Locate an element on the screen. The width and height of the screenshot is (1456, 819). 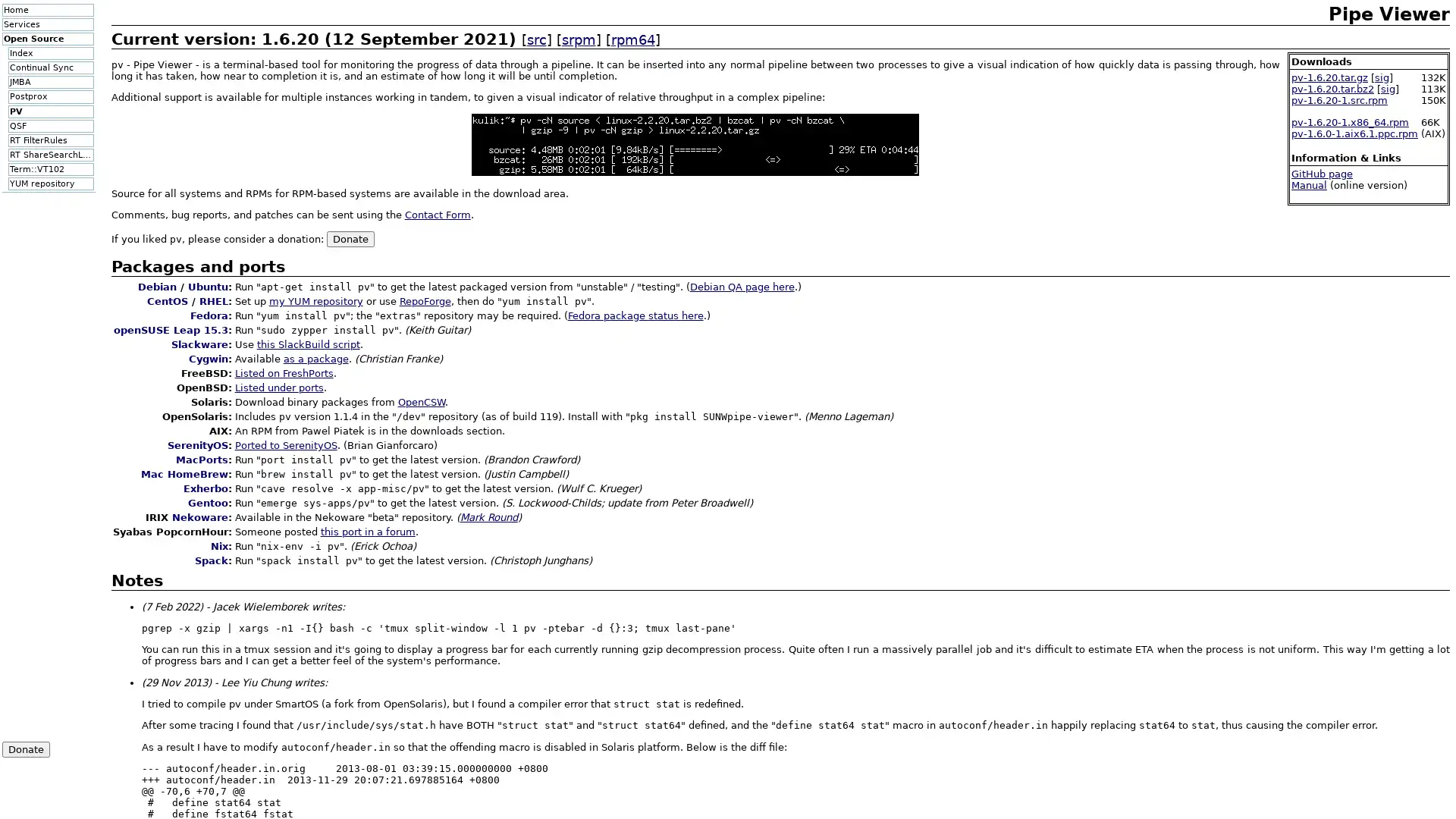
Donate is located at coordinates (25, 748).